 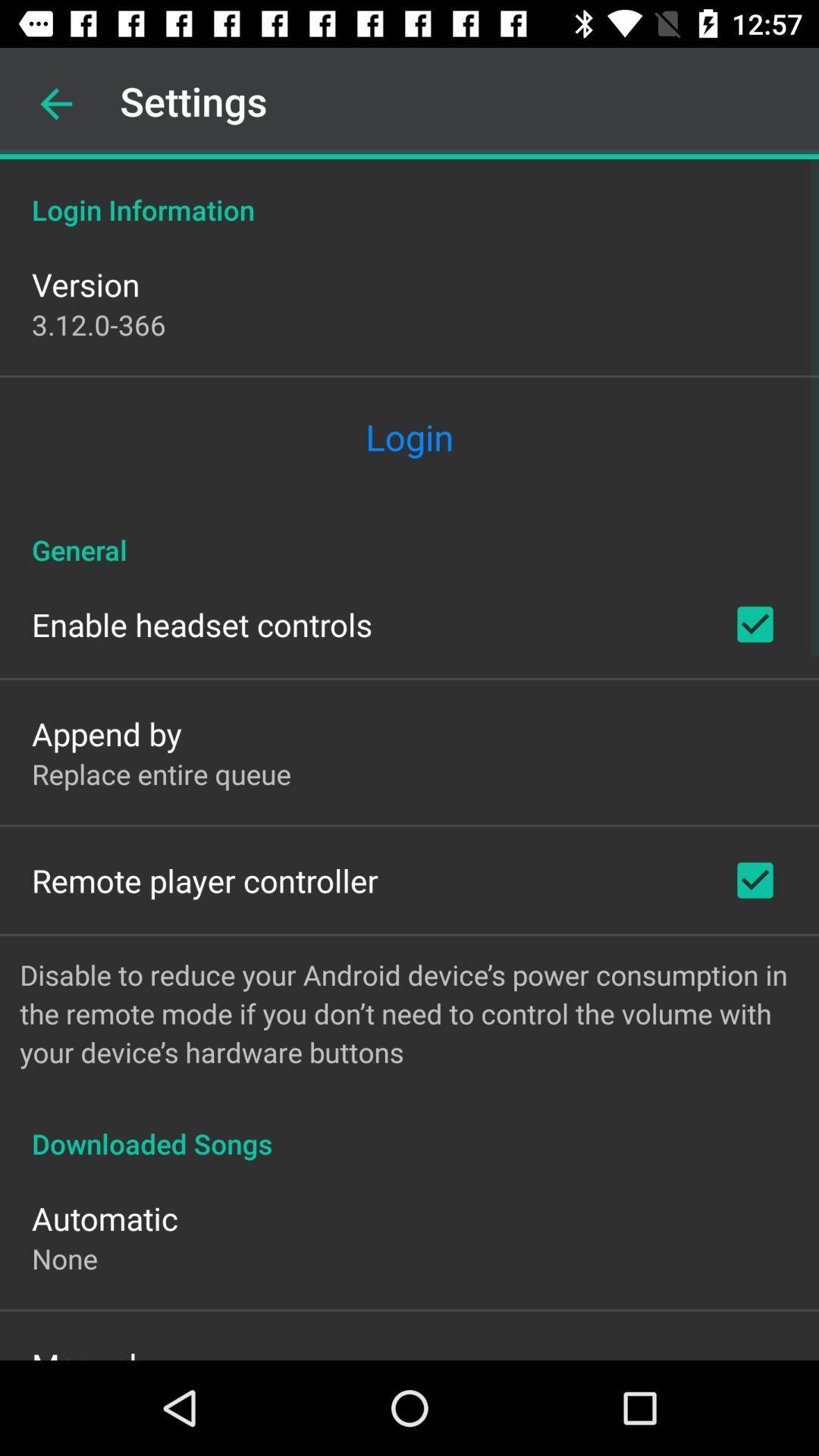 What do you see at coordinates (55, 103) in the screenshot?
I see `the icon above the login information` at bounding box center [55, 103].